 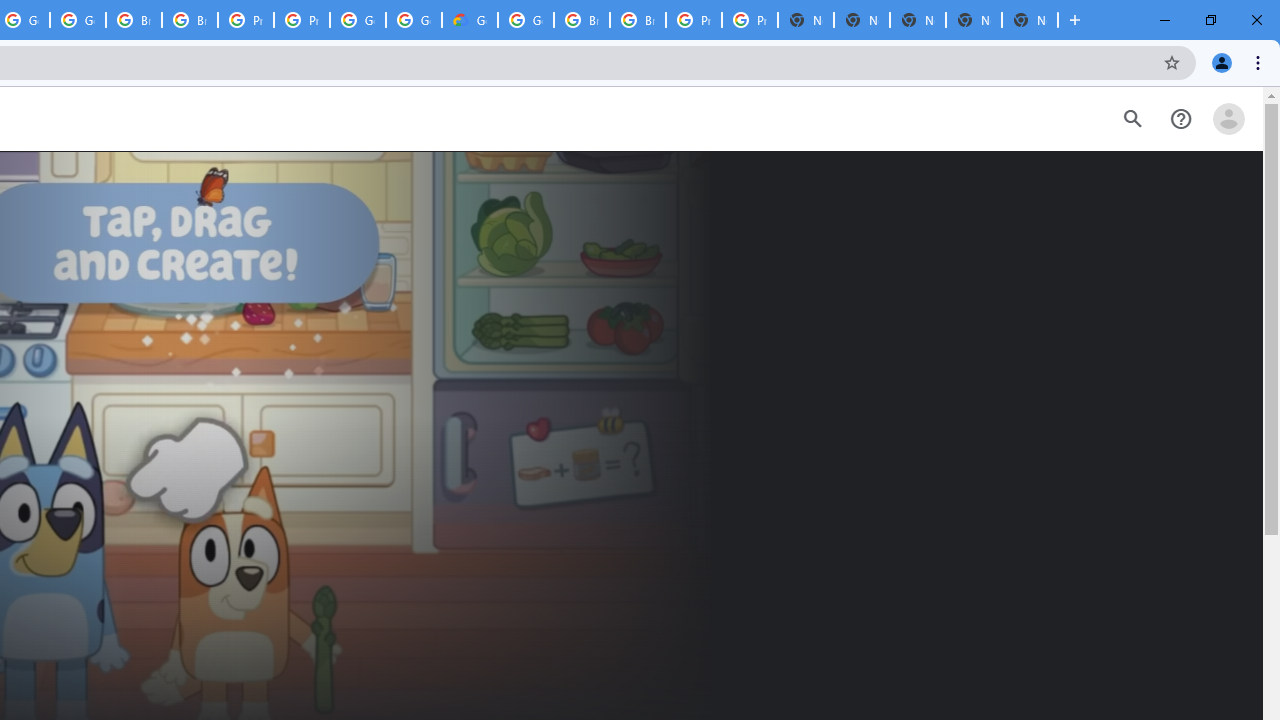 I want to click on 'Google Cloud Platform', so click(x=413, y=20).